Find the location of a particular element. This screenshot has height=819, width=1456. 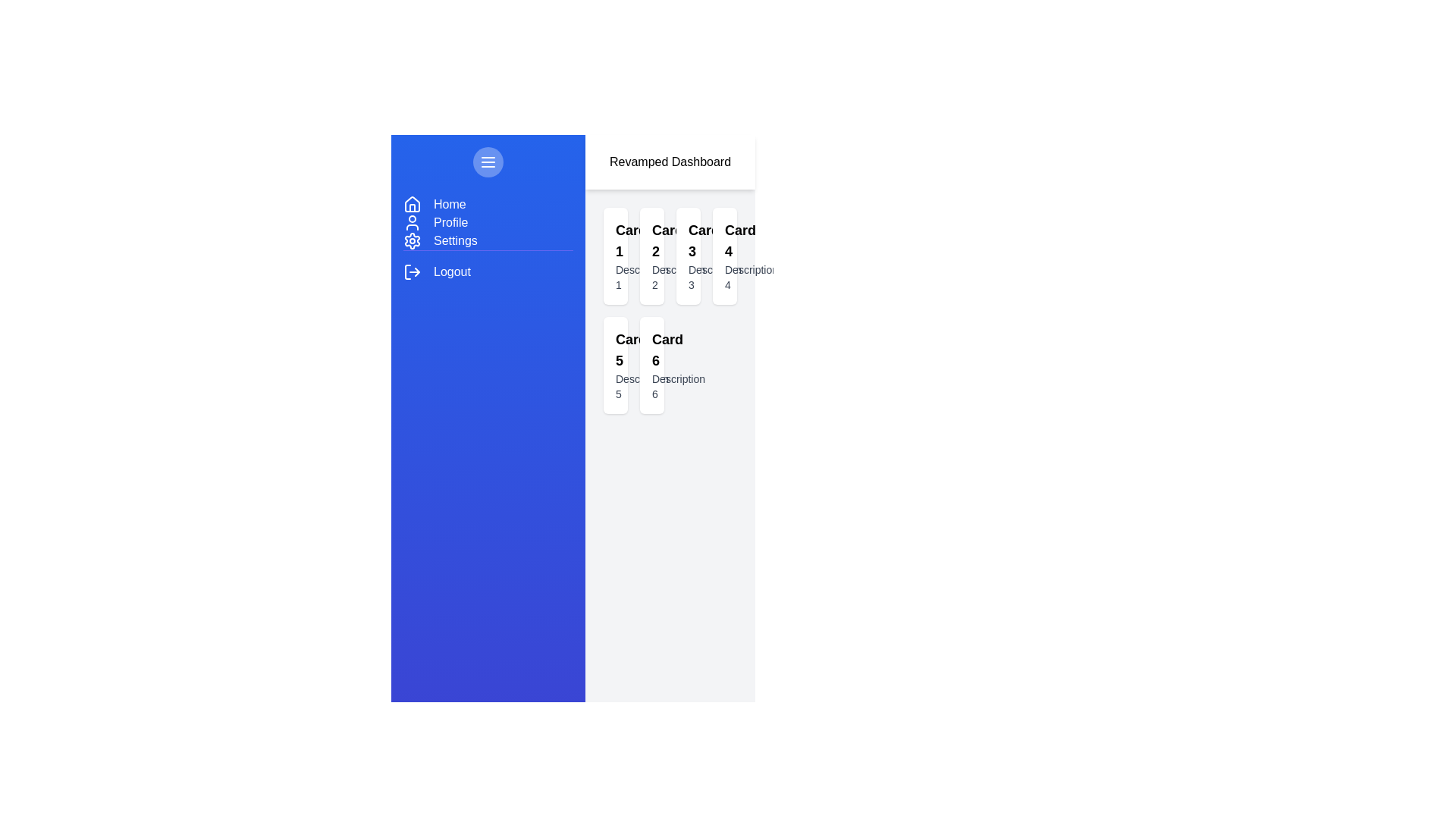

the 'Logout' text label located at the bottom of the vertical navigation bar is located at coordinates (451, 271).